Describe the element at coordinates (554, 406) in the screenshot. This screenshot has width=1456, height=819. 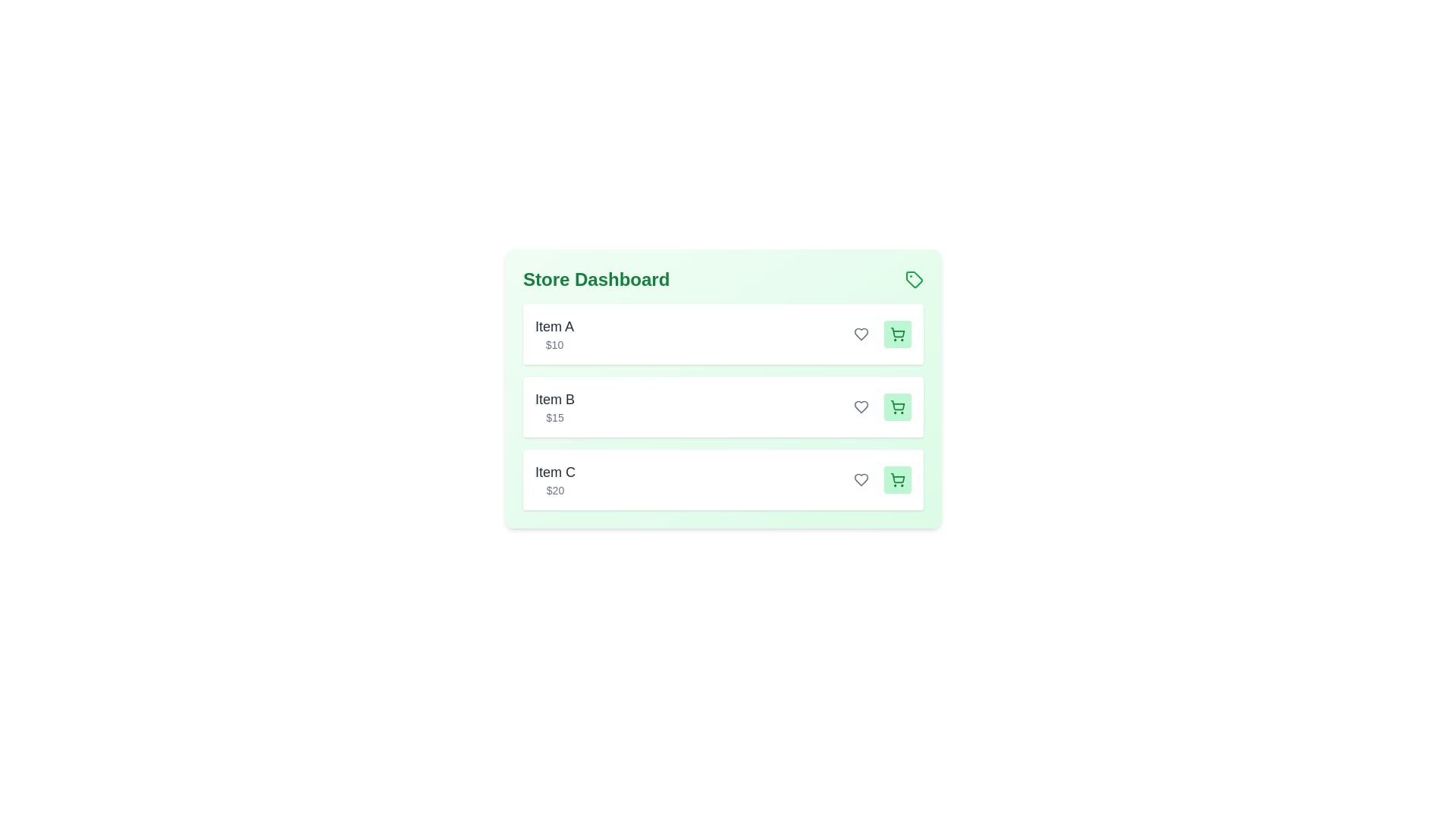
I see `text display containing the label 'Item B' and the price '$15', which is located in the second row of the item list within a card layout` at that location.